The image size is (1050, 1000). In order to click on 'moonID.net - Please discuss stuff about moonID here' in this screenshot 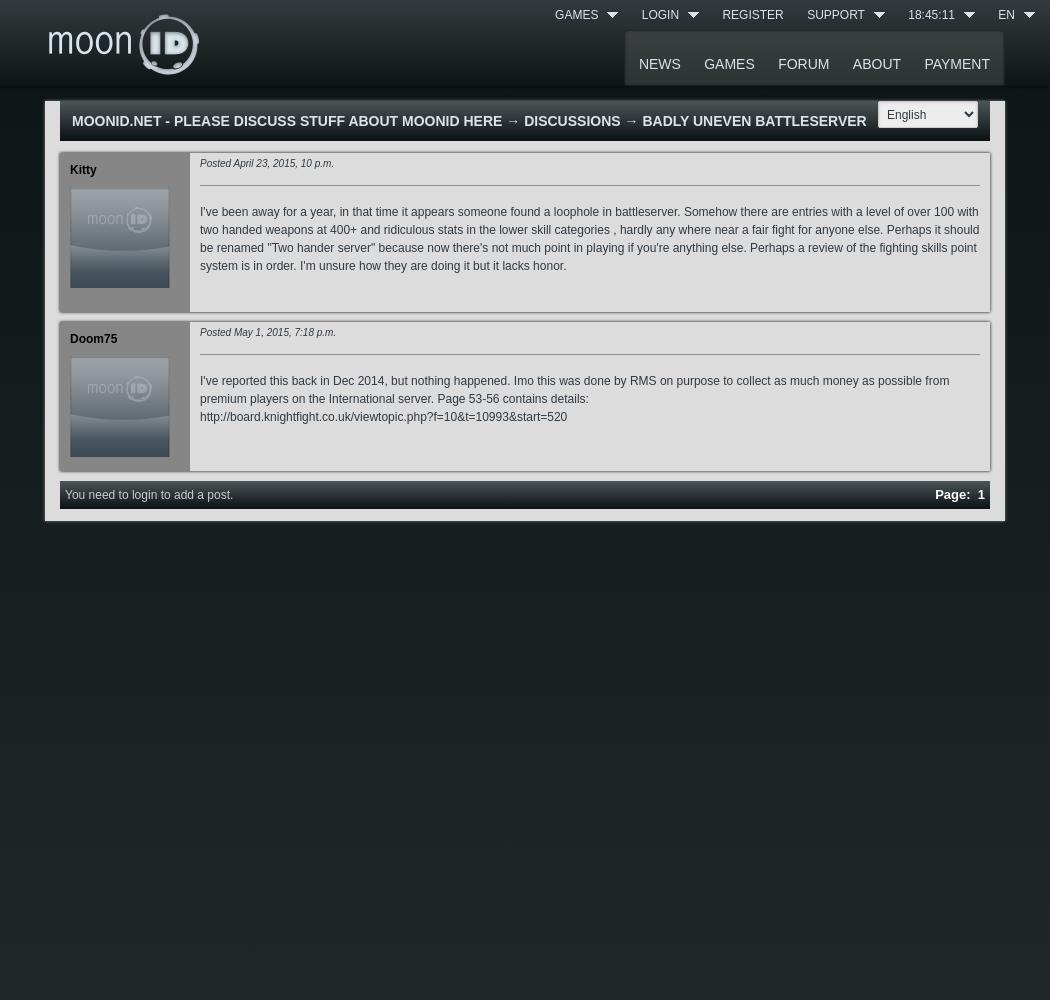, I will do `click(285, 120)`.